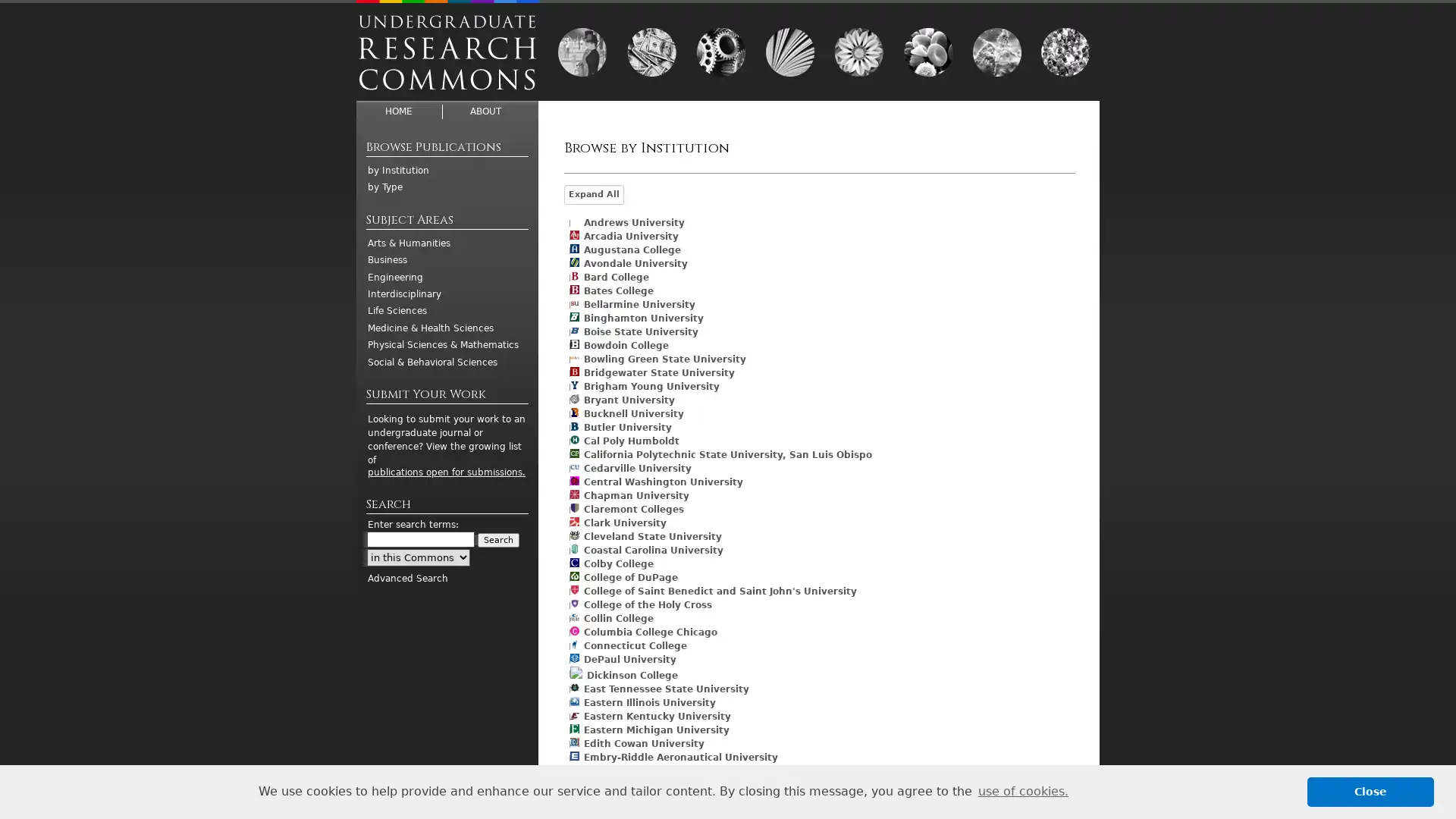 This screenshot has width=1456, height=819. What do you see at coordinates (498, 539) in the screenshot?
I see `Search` at bounding box center [498, 539].